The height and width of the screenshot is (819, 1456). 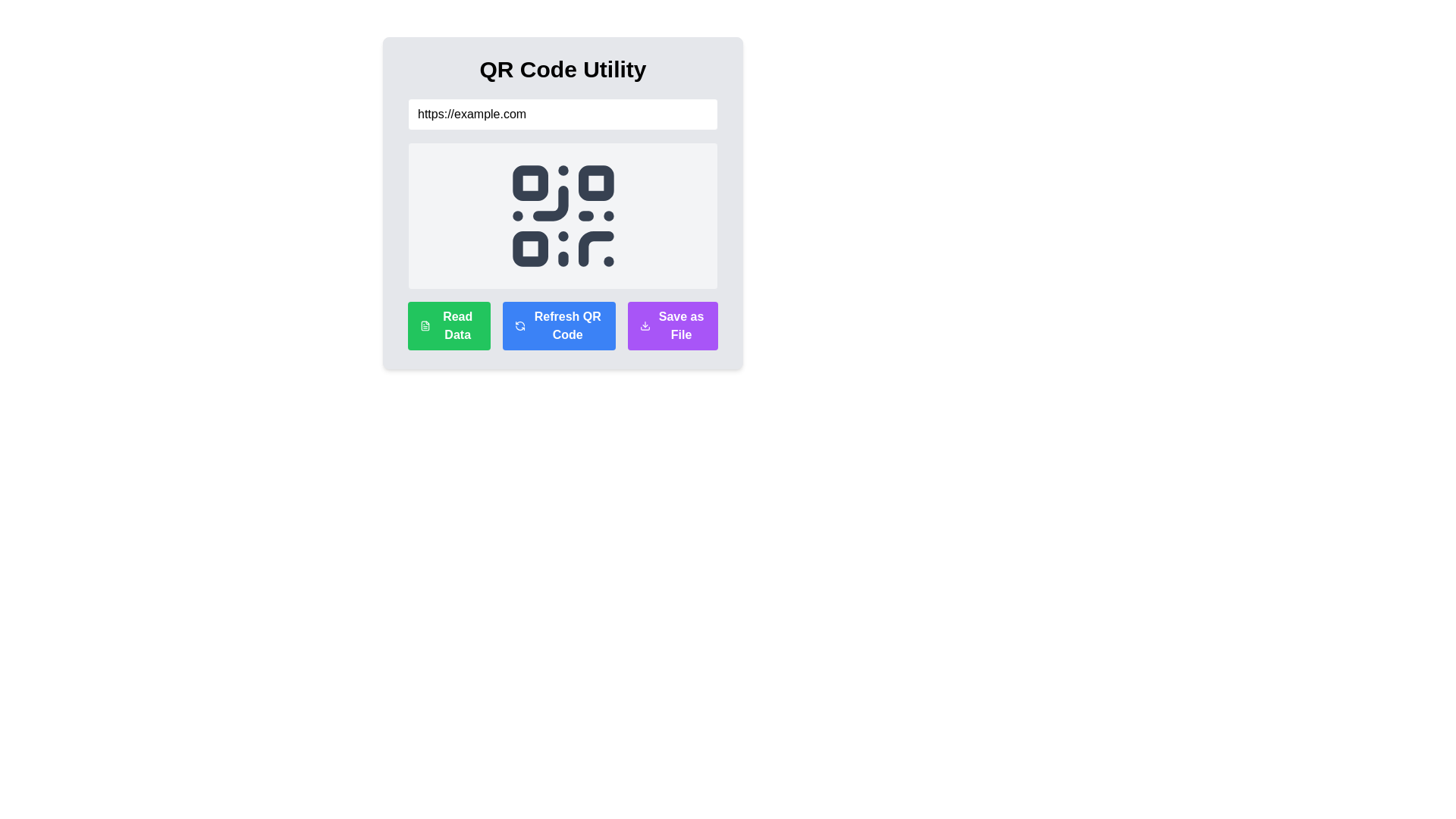 What do you see at coordinates (448, 325) in the screenshot?
I see `the green 'Read Data' button with rounded edges that displays the text 'Read Data' in white and has a file document icon to its left, located at the first position in a group of buttons below a QR code graphic` at bounding box center [448, 325].